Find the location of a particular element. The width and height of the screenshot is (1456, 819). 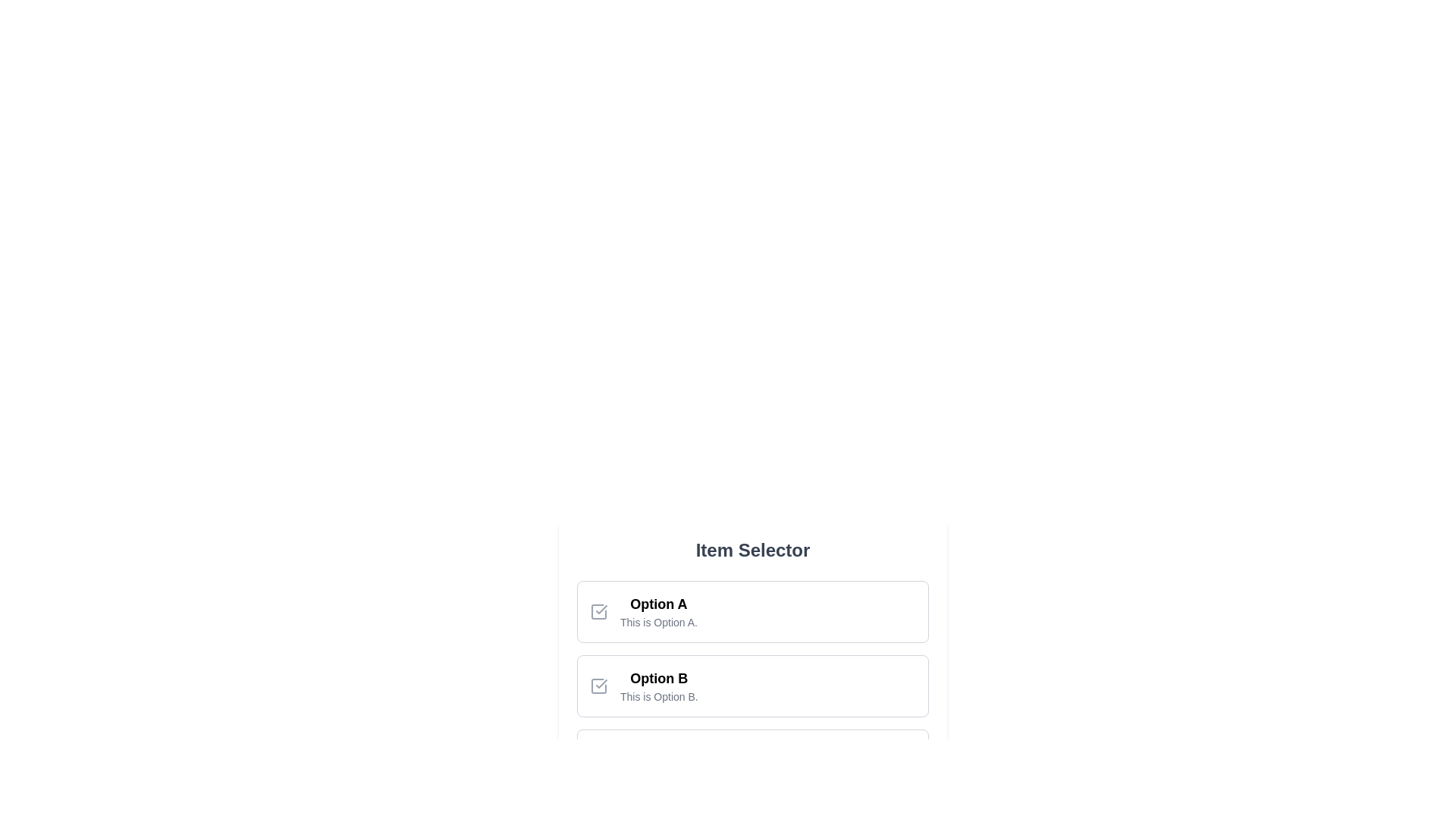

text label for the first selectable option in the 'Item Selector' section, which is located above 'This is Option A.' is located at coordinates (658, 604).